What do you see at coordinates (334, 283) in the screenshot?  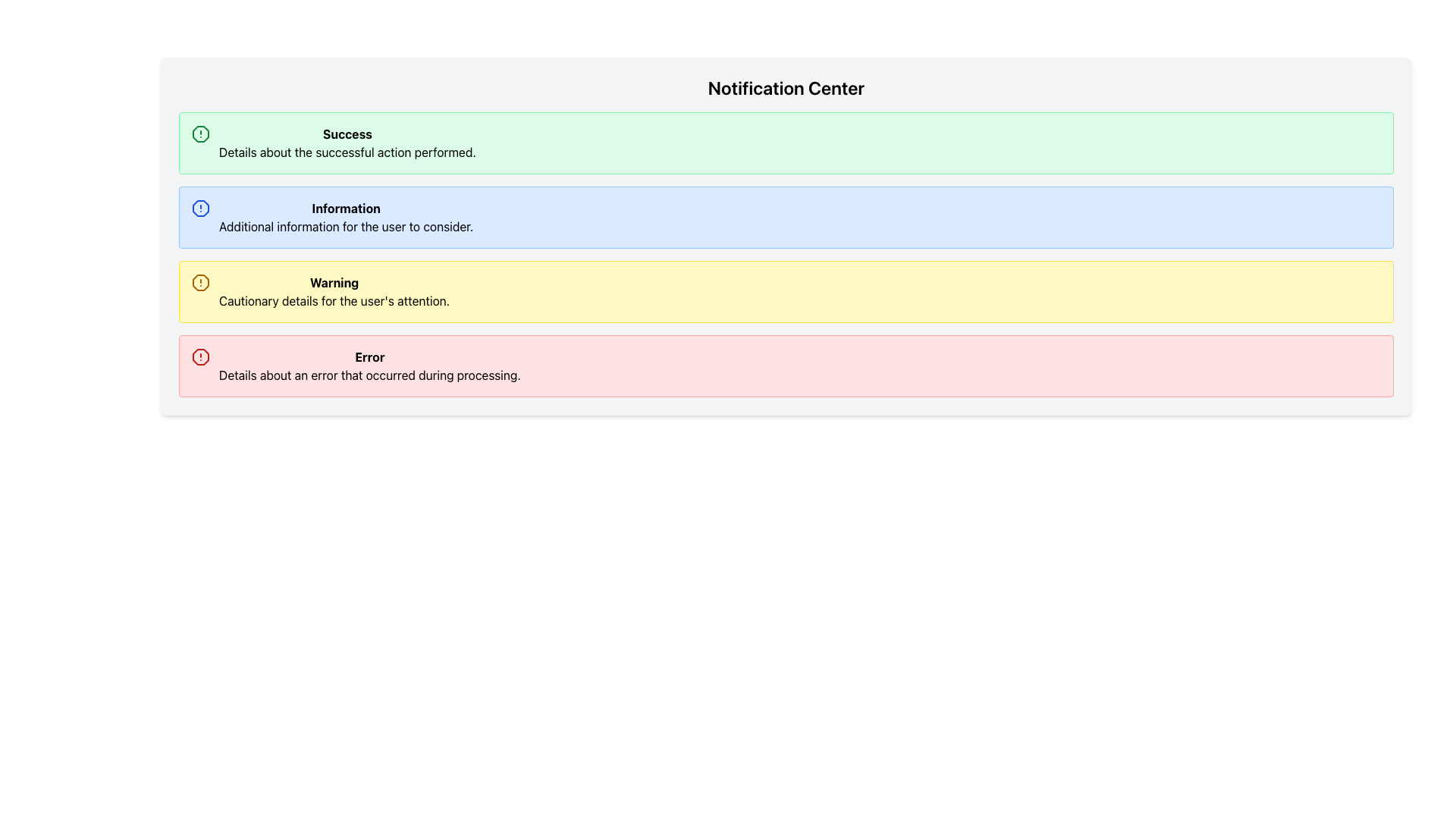 I see `Text Label that serves as the title for the warning notification, located in the third notification box labeled 'Warning'` at bounding box center [334, 283].